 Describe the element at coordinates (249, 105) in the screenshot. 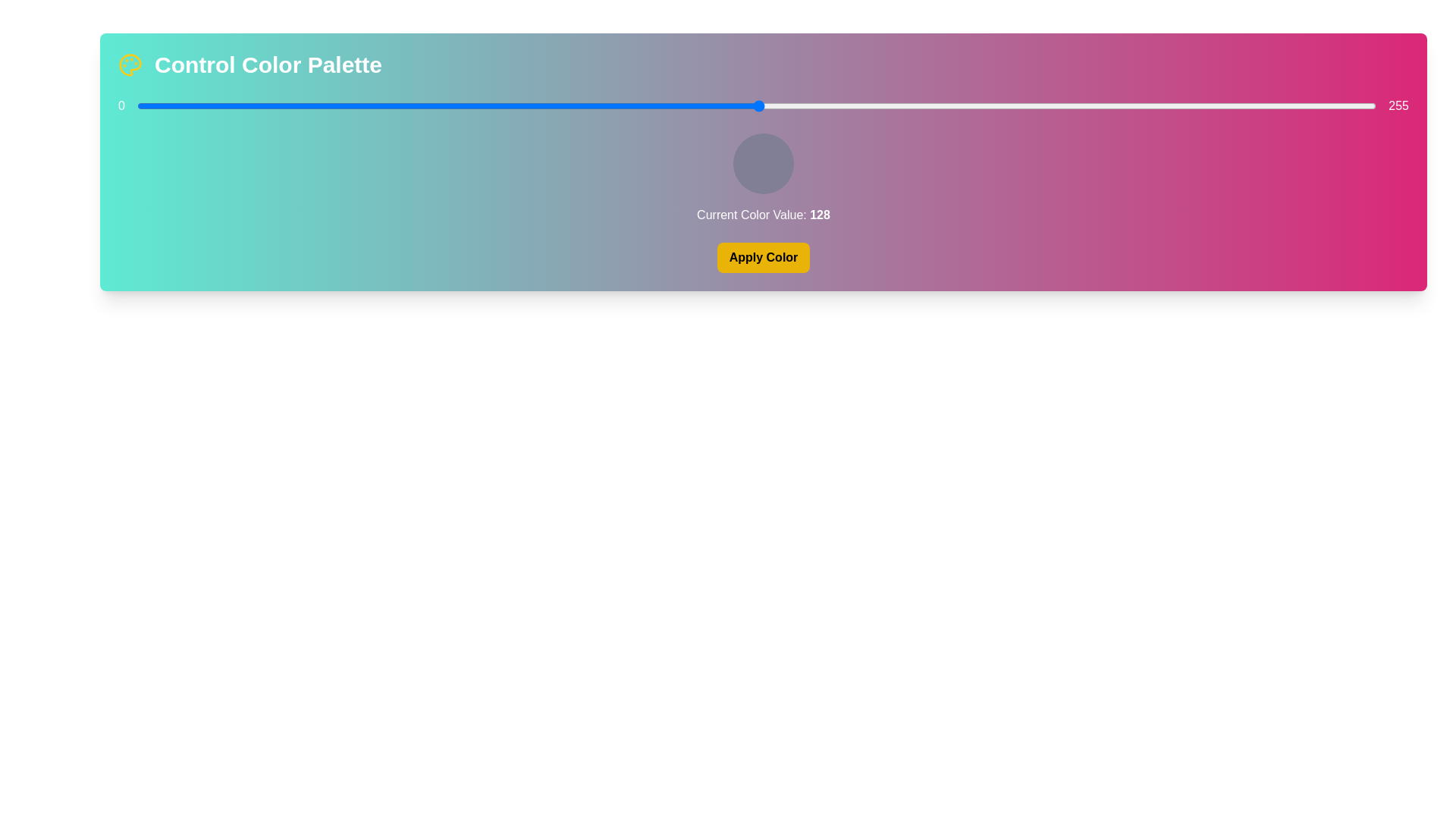

I see `the color slider to set the color value to 23` at that location.